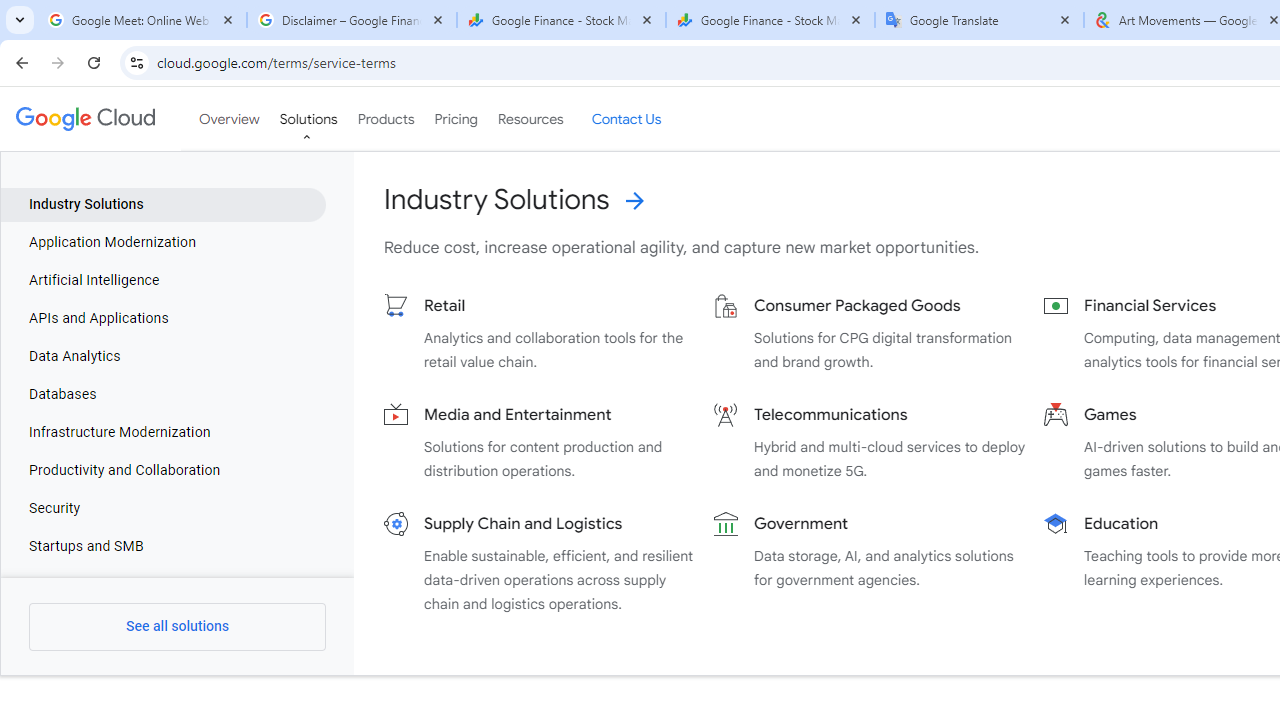 The height and width of the screenshot is (720, 1280). I want to click on 'Application Modernization', so click(163, 242).